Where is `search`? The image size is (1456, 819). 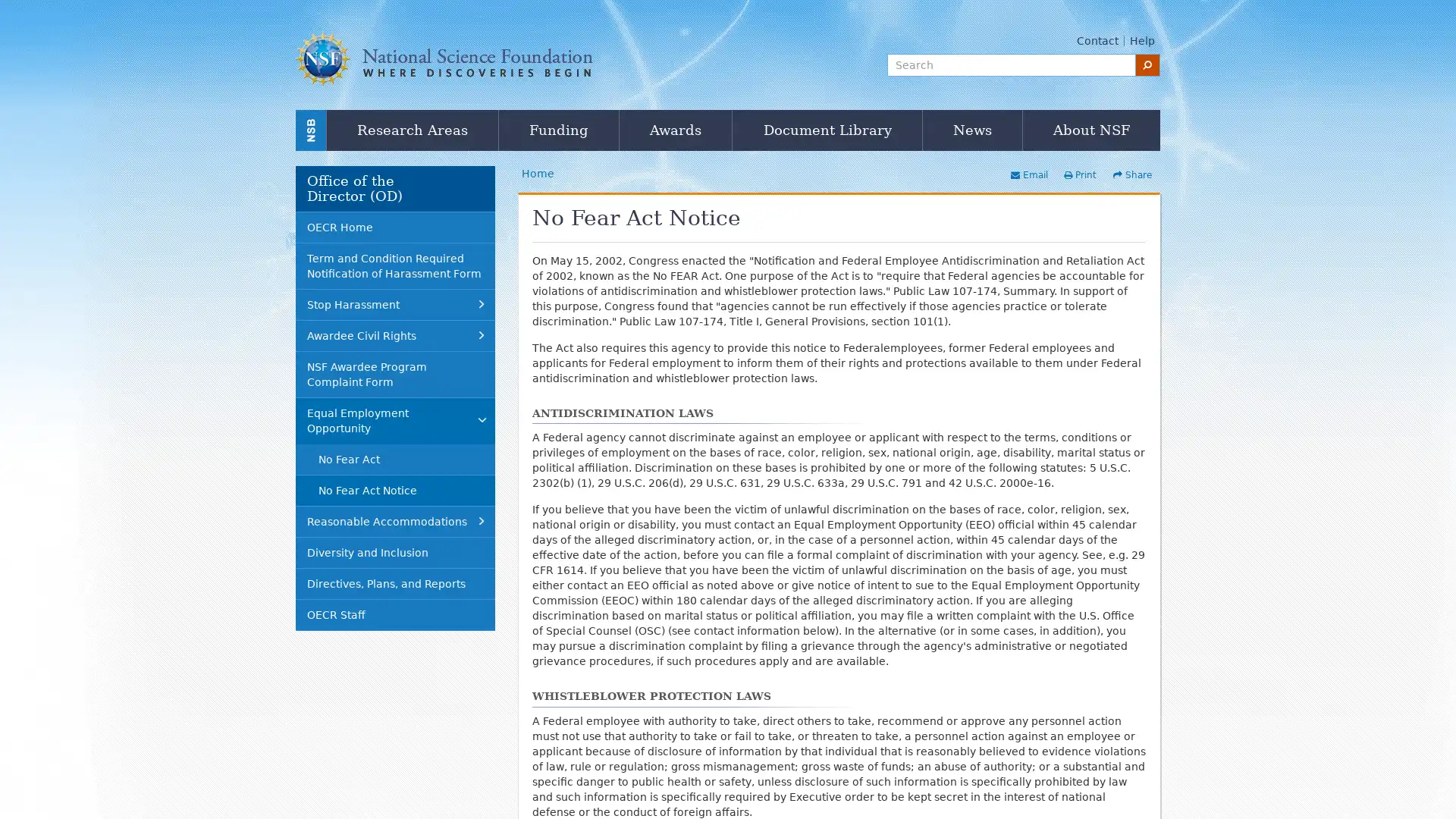 search is located at coordinates (1147, 64).